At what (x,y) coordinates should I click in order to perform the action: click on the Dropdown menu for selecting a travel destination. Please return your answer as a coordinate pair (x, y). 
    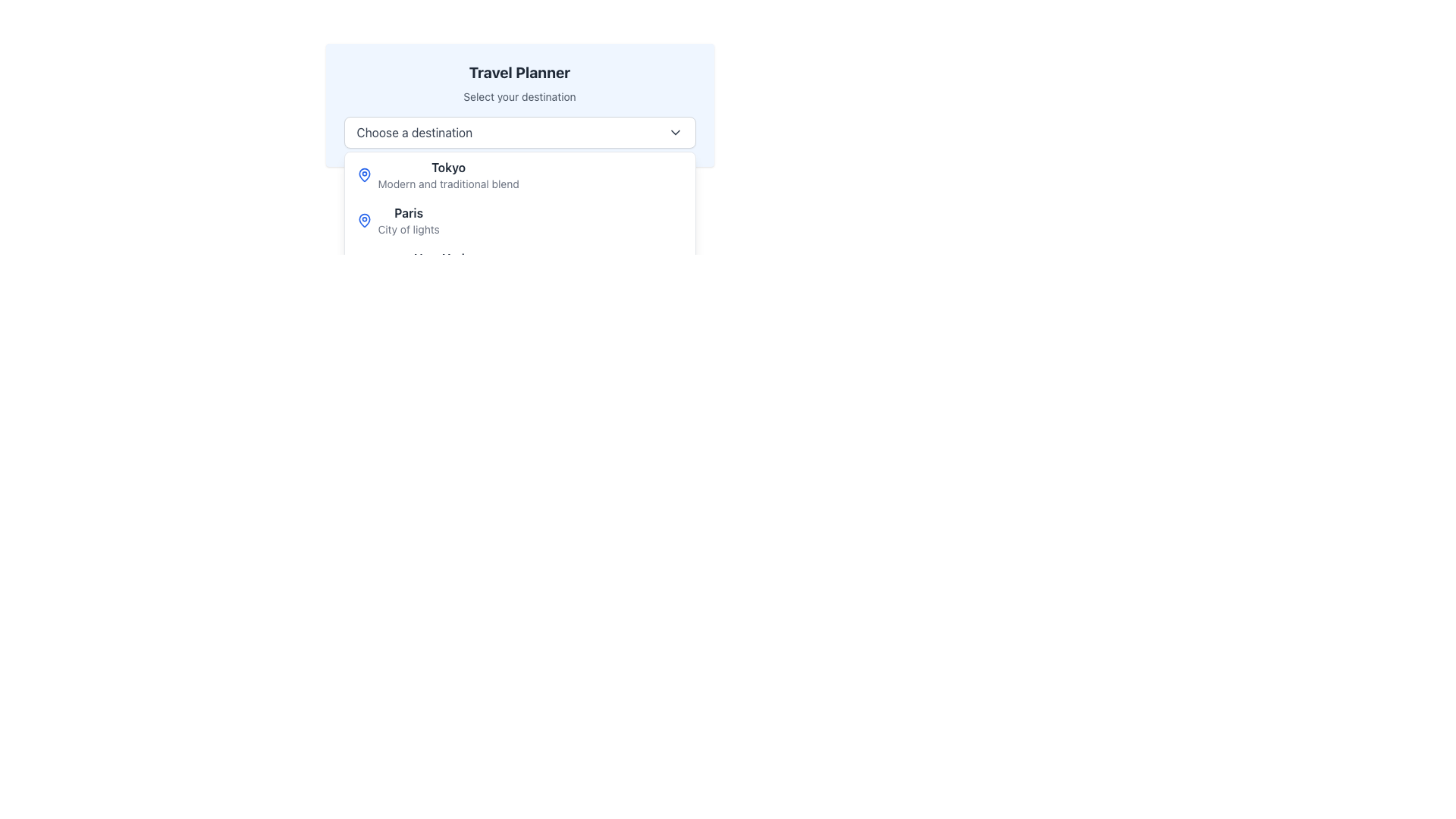
    Looking at the image, I should click on (519, 131).